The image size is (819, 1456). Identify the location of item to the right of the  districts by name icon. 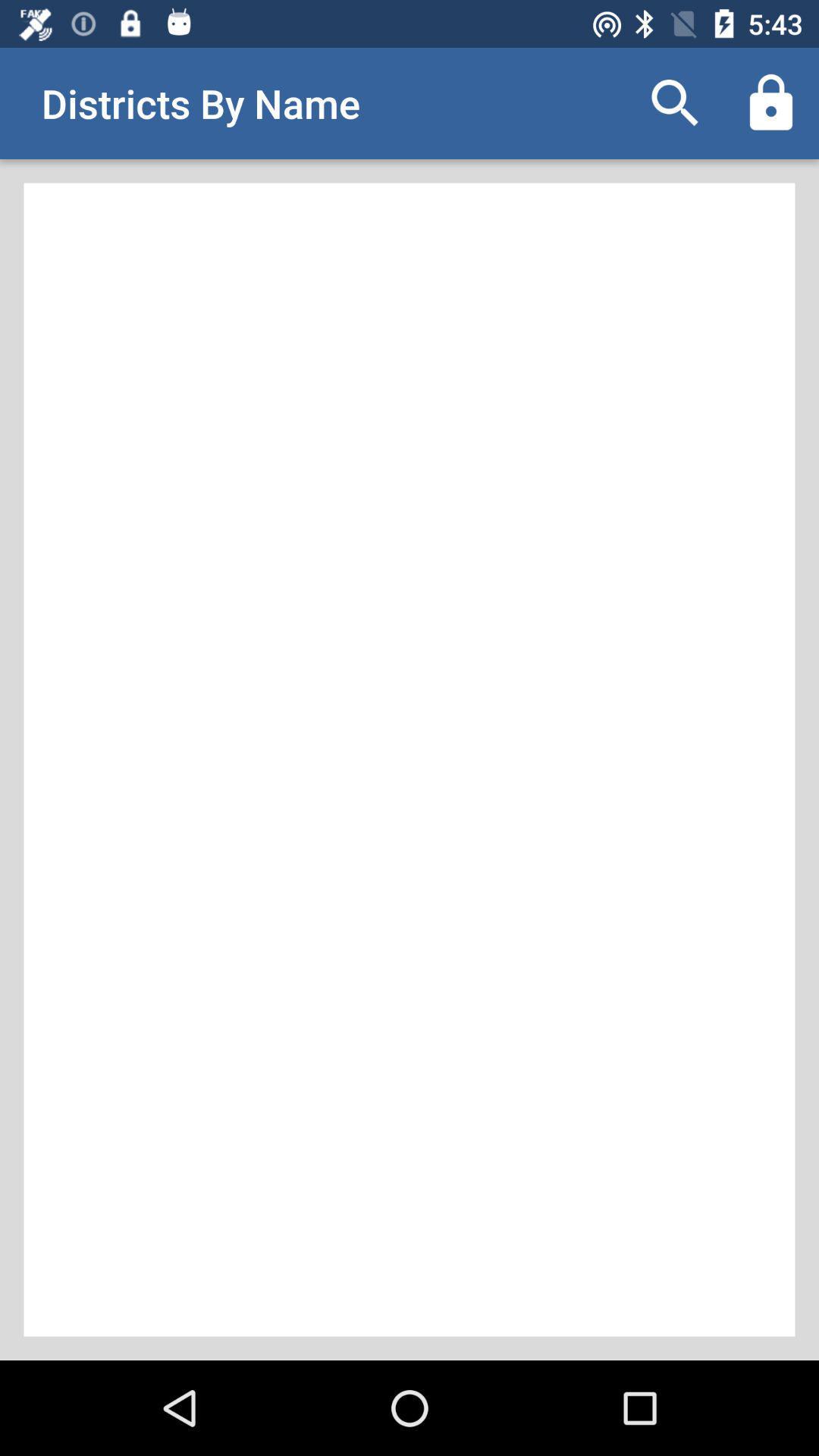
(675, 102).